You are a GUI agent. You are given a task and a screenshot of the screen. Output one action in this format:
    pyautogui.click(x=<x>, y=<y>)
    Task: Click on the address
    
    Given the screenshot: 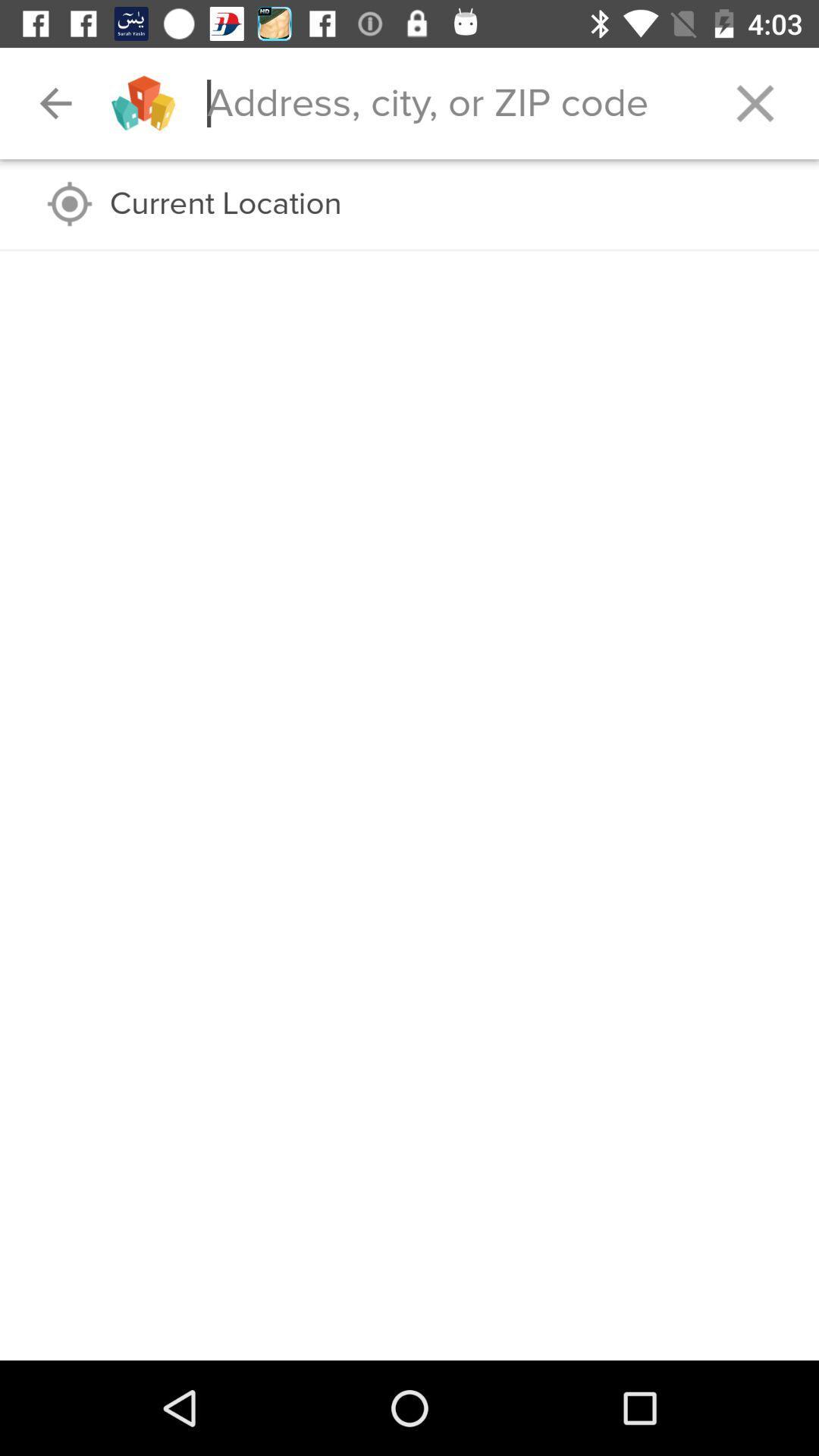 What is the action you would take?
    pyautogui.click(x=448, y=102)
    